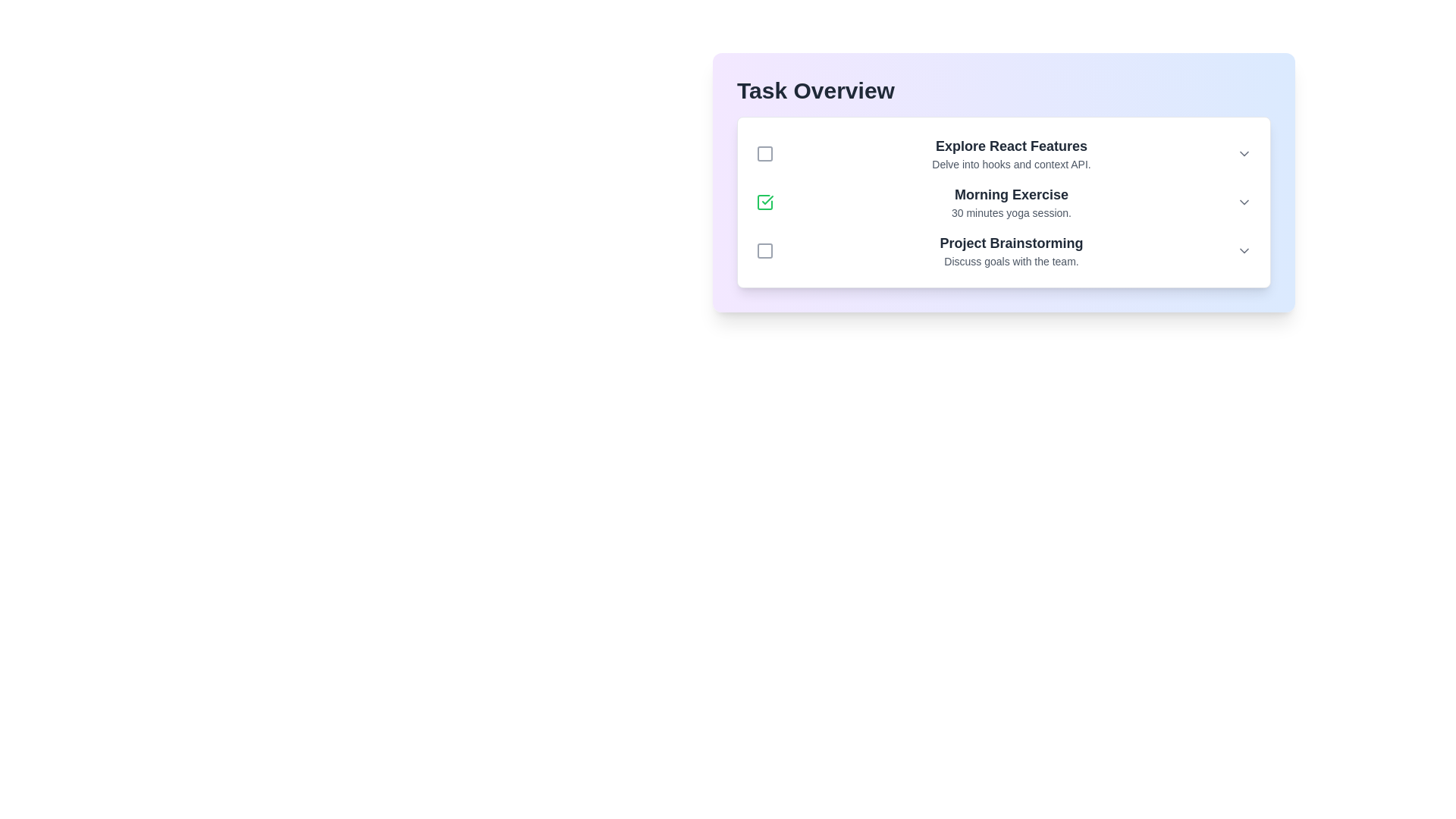  Describe the element at coordinates (1244, 154) in the screenshot. I see `the ChevronDown icon corresponding to the task titled Explore React Features to expand its details` at that location.